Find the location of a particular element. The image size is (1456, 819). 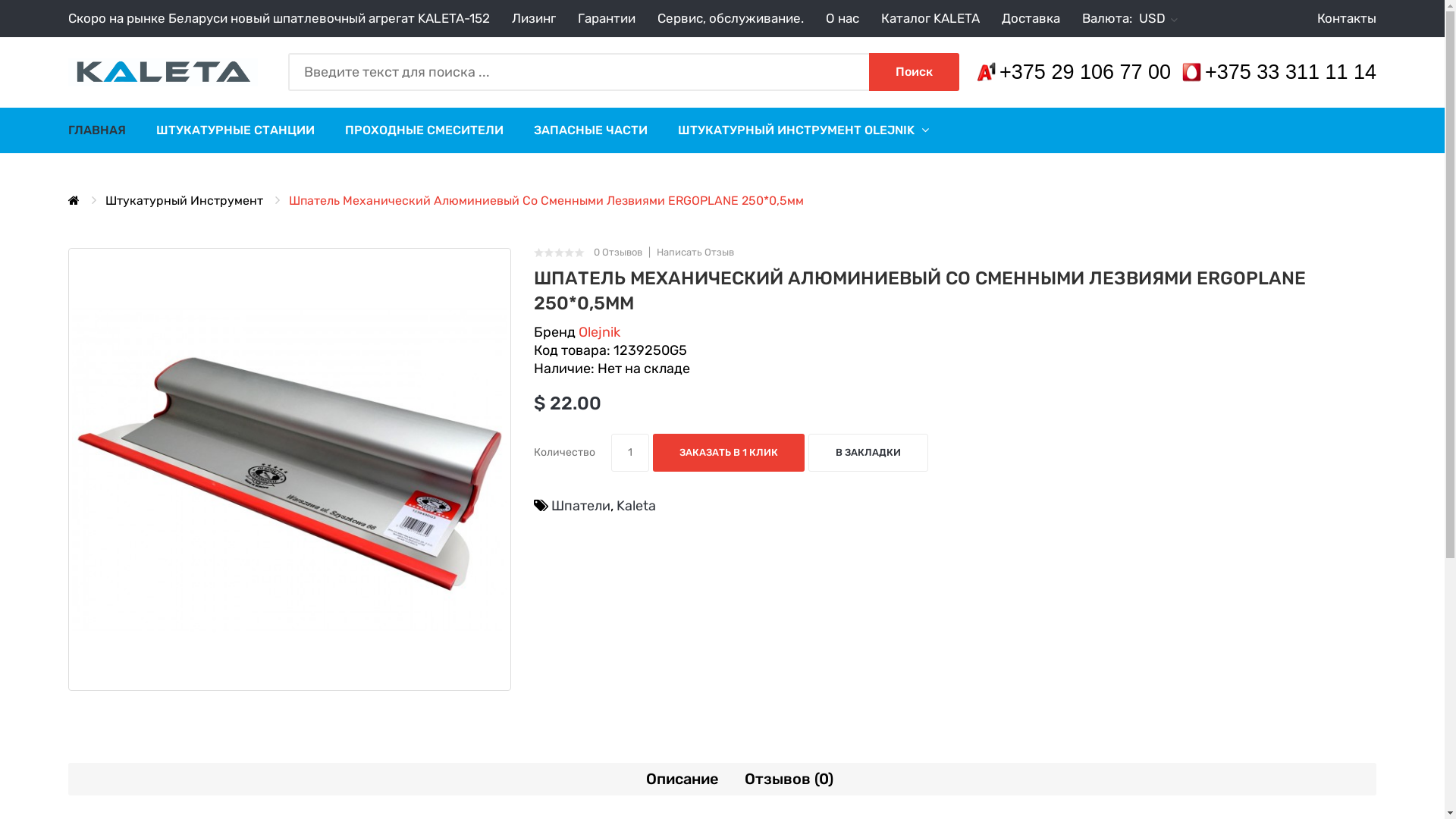

'Olejnik' is located at coordinates (598, 331).